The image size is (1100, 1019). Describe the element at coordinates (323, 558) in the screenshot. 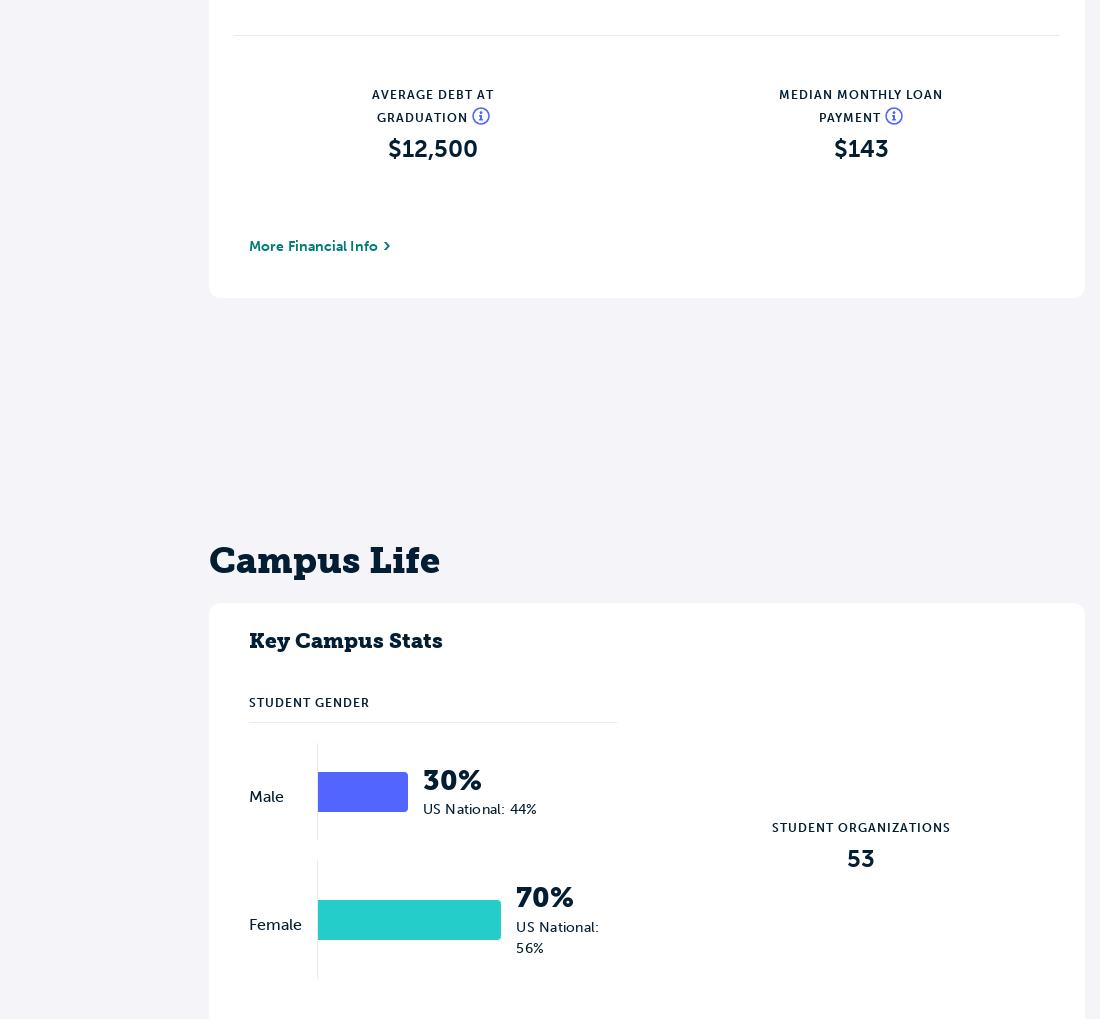

I see `'Campus Life'` at that location.